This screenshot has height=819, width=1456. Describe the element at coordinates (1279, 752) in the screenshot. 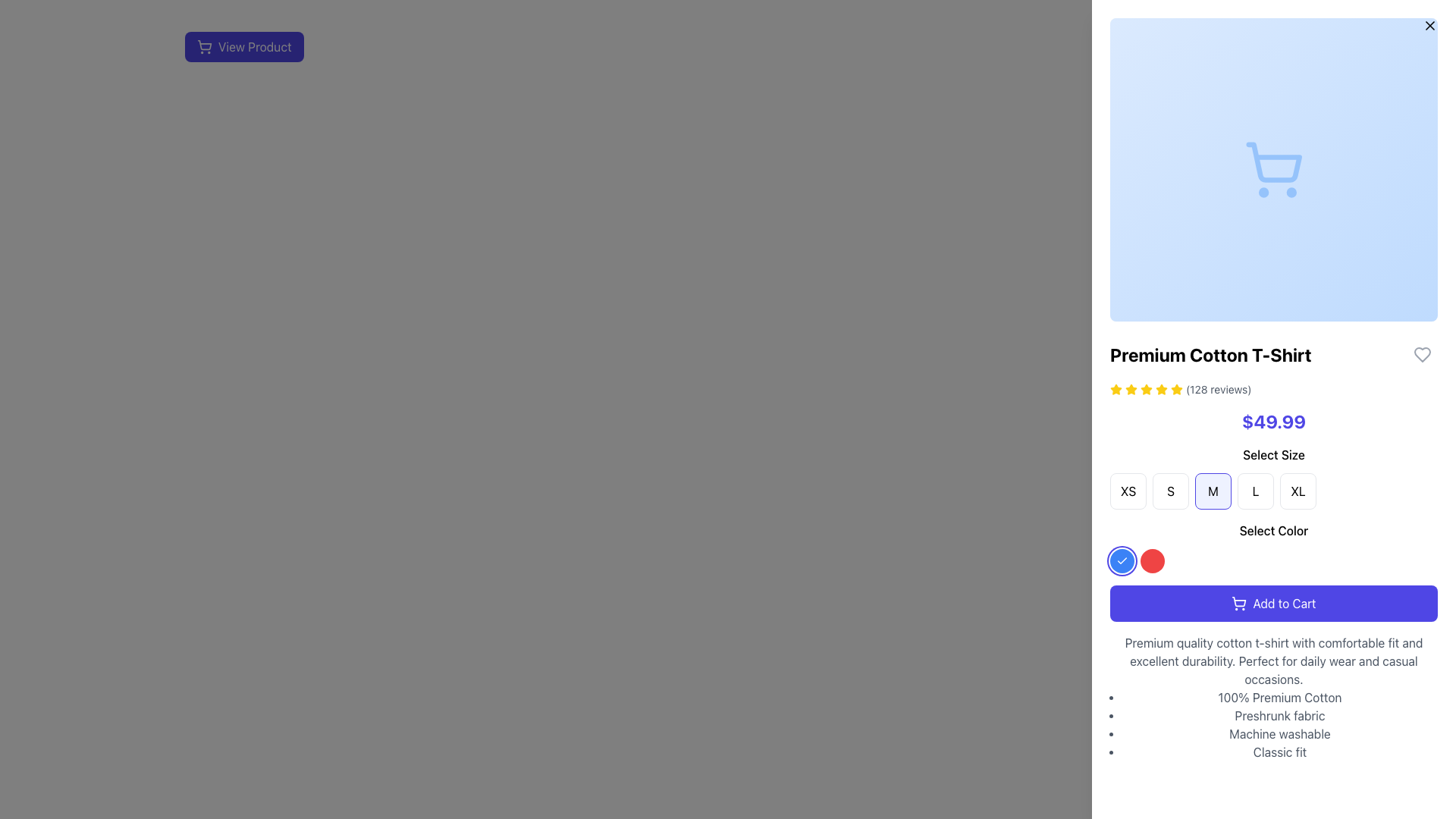

I see `the fourth bullet-point item in the product details section that states 'Classic fit.'` at that location.